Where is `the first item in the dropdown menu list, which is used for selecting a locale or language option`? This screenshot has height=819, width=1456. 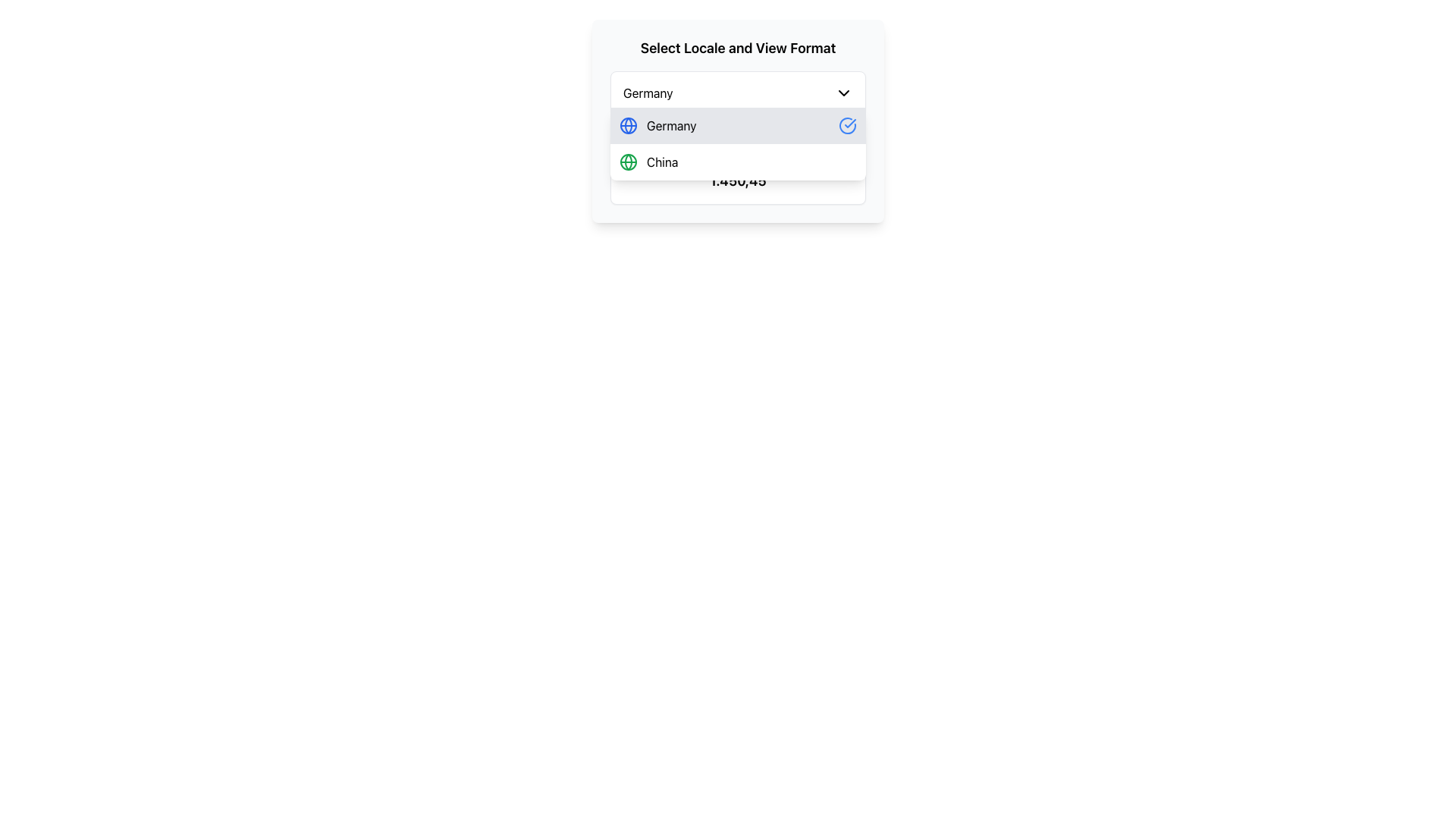
the first item in the dropdown menu list, which is used for selecting a locale or language option is located at coordinates (738, 124).